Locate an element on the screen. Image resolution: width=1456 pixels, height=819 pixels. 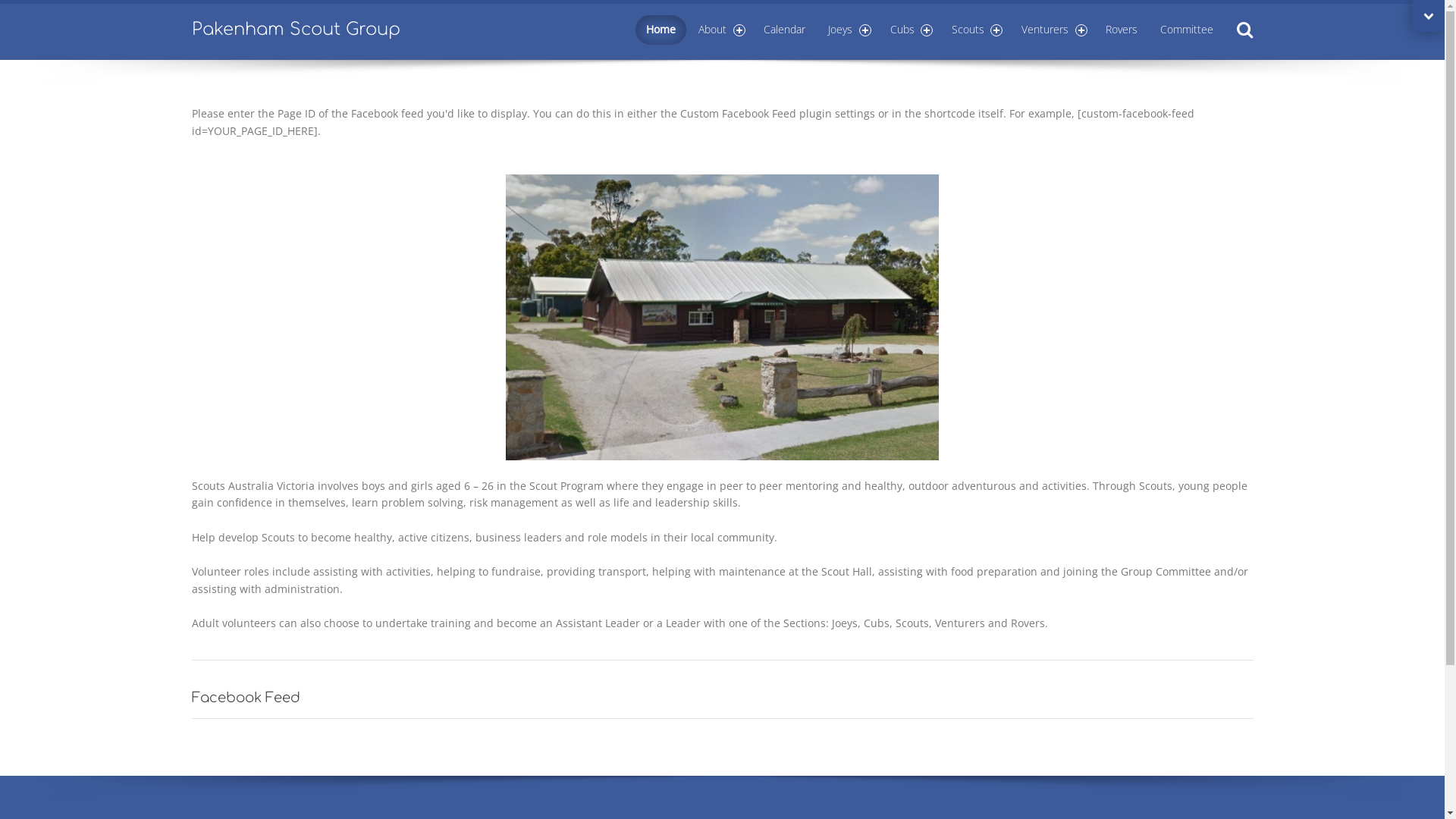
'Calendar' is located at coordinates (784, 30).